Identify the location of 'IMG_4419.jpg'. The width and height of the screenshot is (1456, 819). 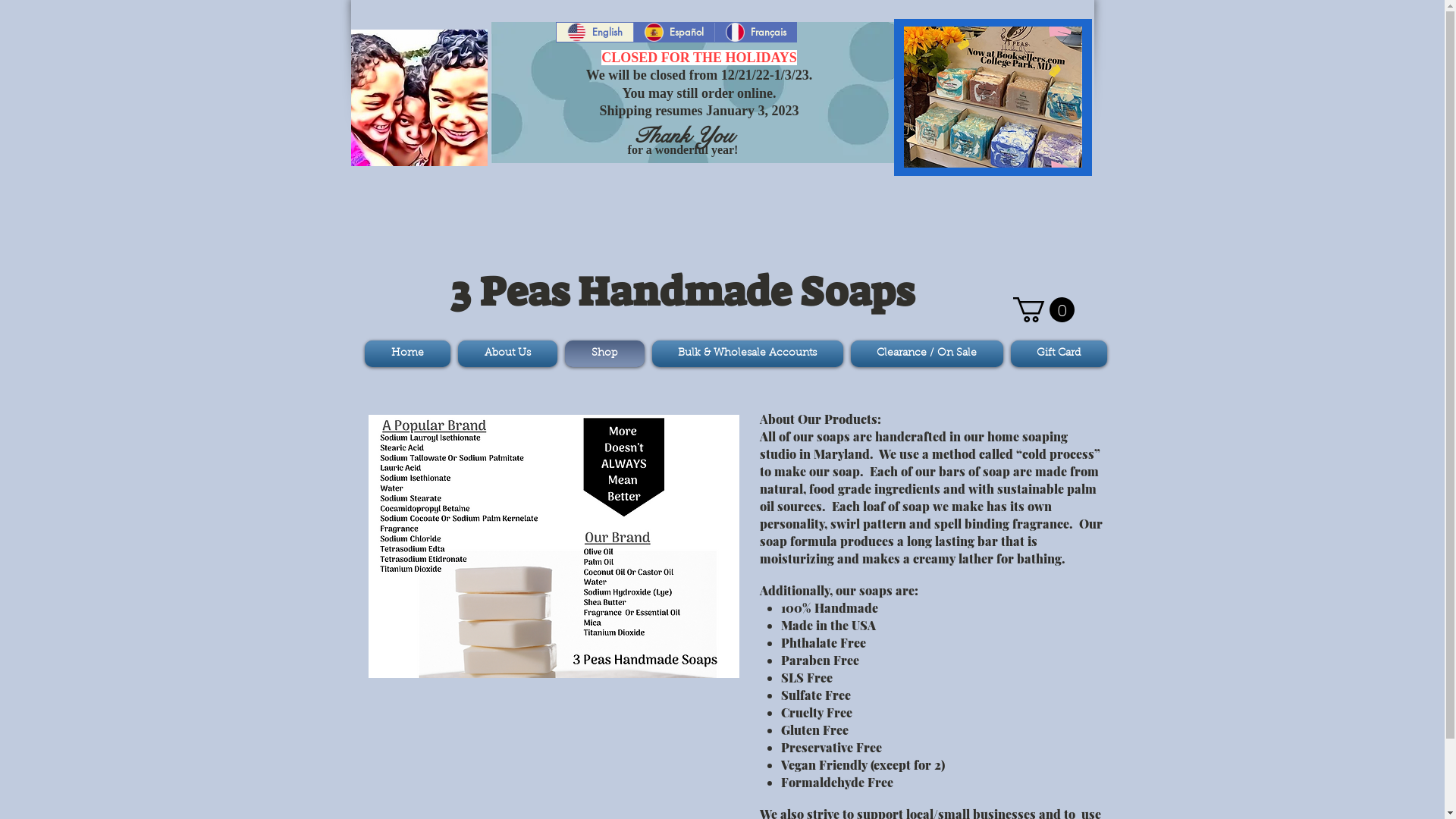
(993, 96).